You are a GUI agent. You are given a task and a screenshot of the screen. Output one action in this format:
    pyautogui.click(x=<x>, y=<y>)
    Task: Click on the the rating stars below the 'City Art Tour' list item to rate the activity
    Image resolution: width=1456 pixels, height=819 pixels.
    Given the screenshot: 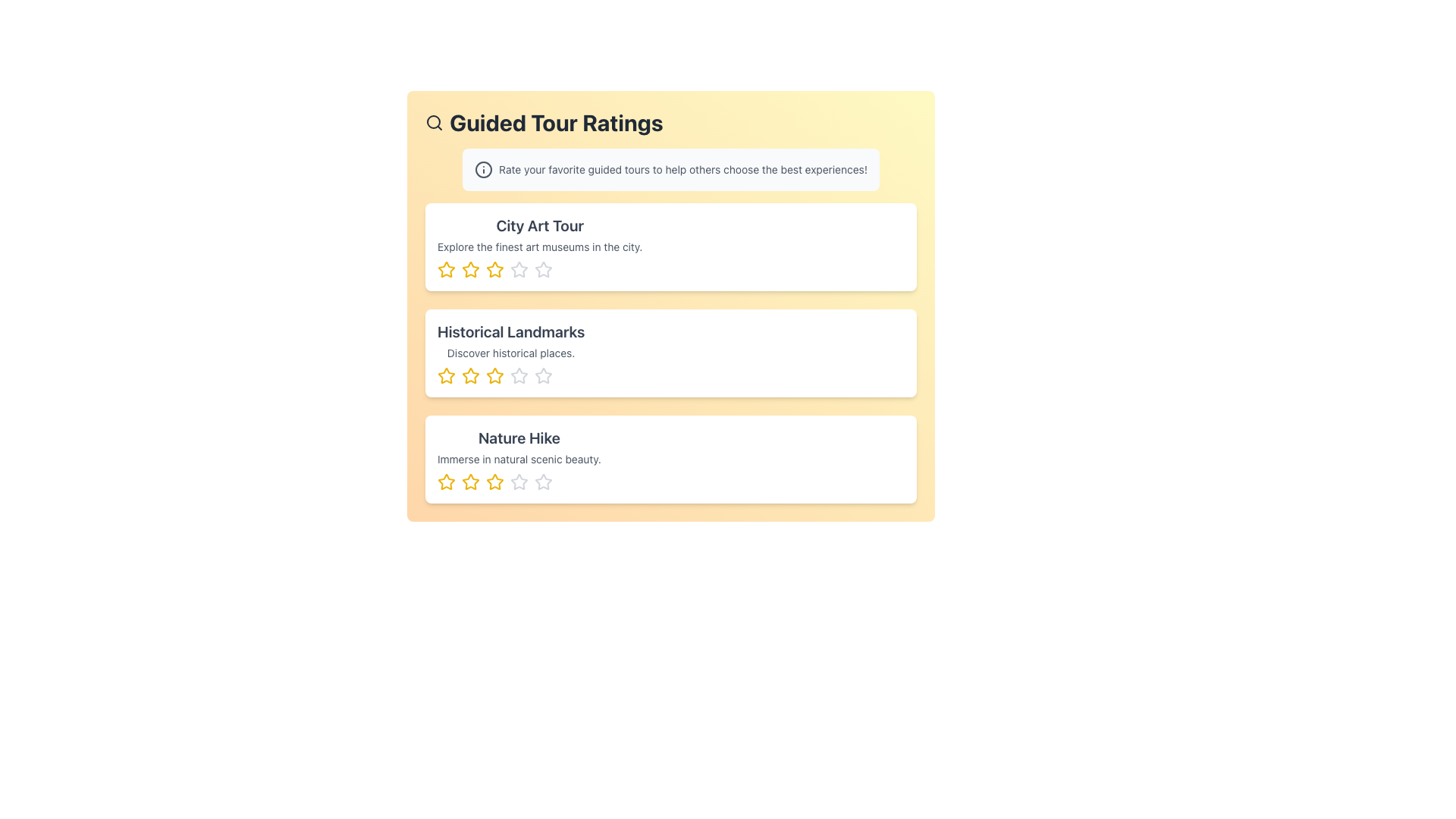 What is the action you would take?
    pyautogui.click(x=670, y=246)
    